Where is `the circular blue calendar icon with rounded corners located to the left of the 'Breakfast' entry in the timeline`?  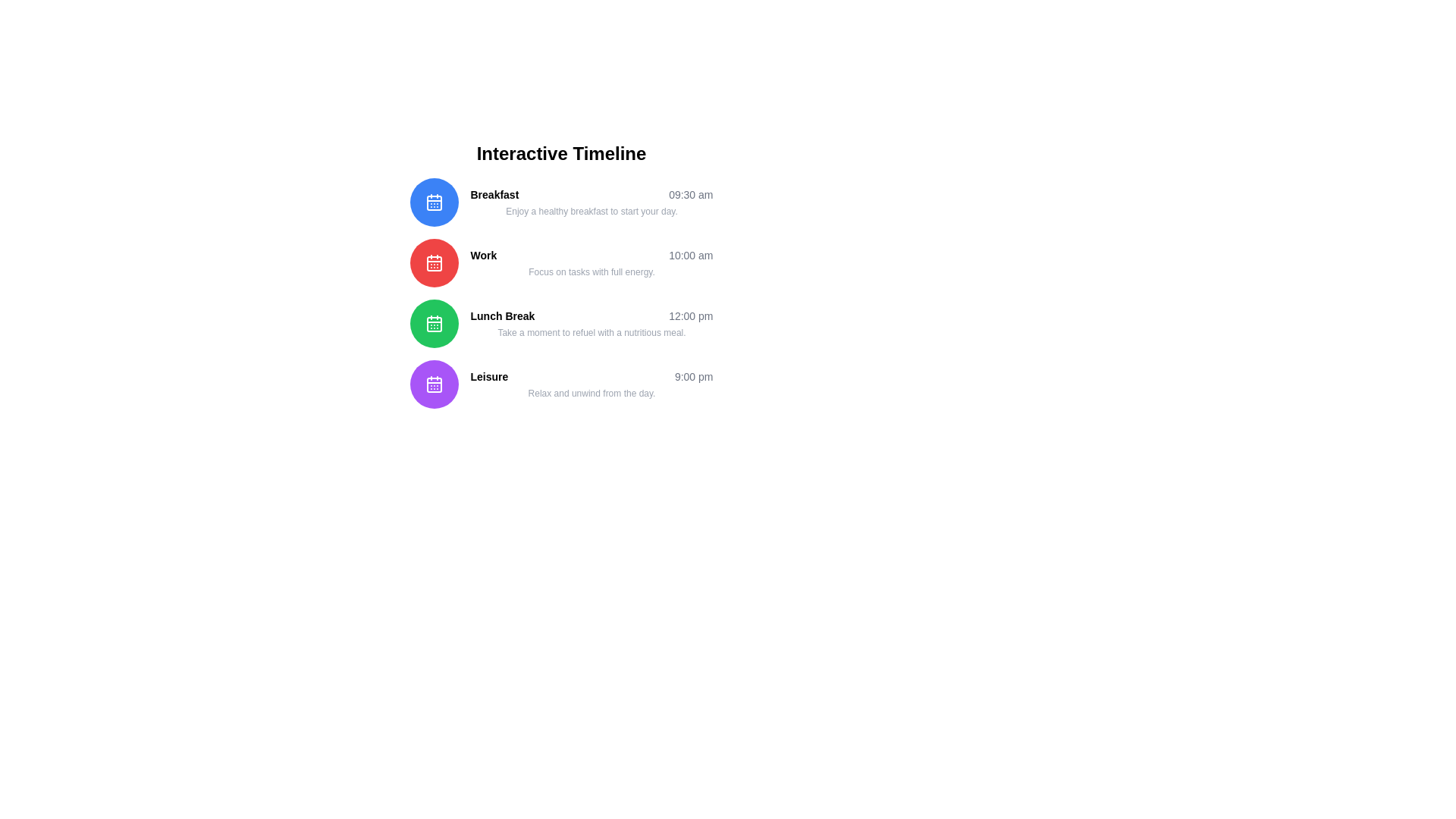 the circular blue calendar icon with rounded corners located to the left of the 'Breakfast' entry in the timeline is located at coordinates (433, 201).